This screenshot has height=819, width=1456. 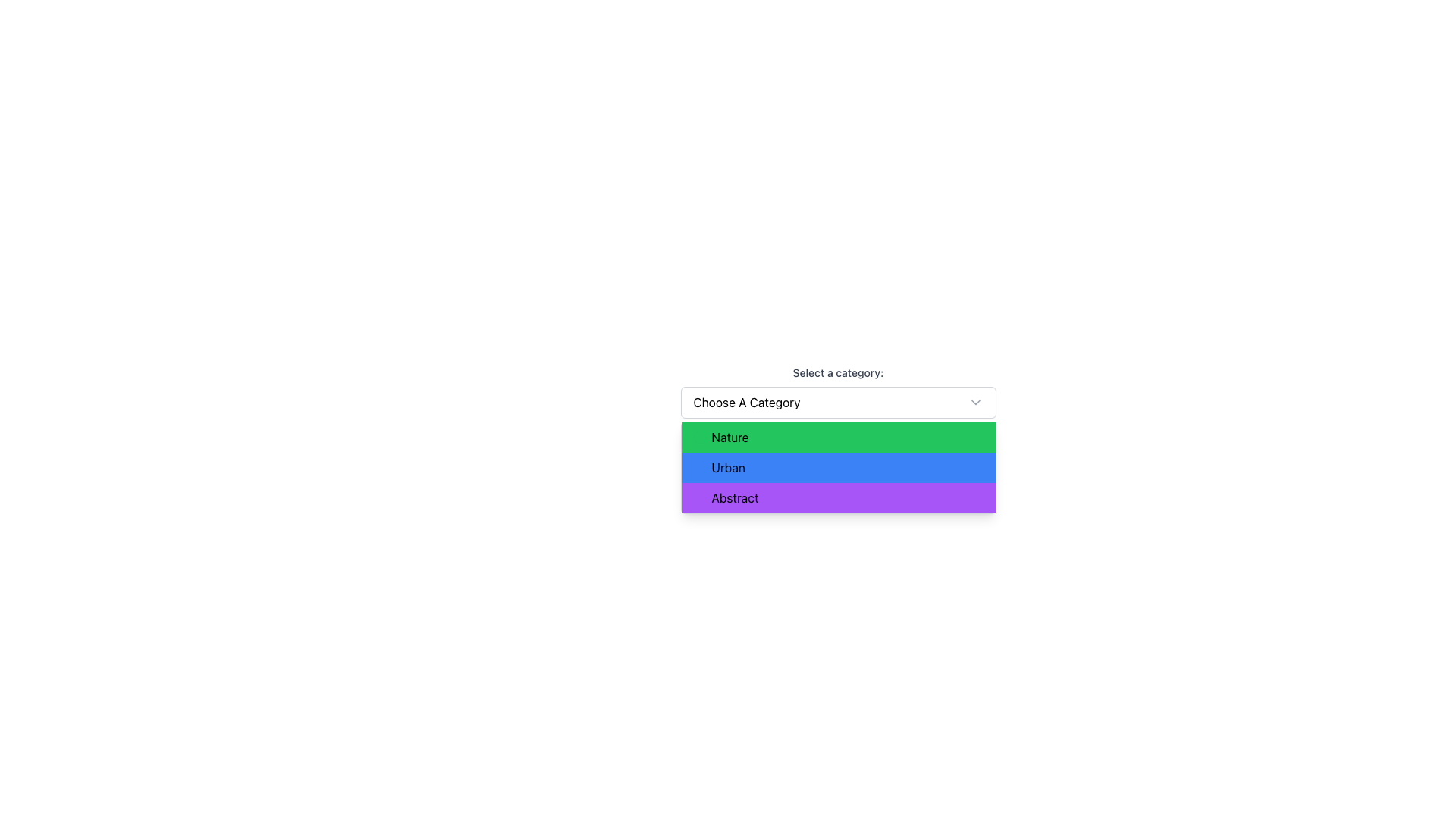 I want to click on the third selectable list item labeled 'Abstract' within the options menu, so click(x=837, y=497).